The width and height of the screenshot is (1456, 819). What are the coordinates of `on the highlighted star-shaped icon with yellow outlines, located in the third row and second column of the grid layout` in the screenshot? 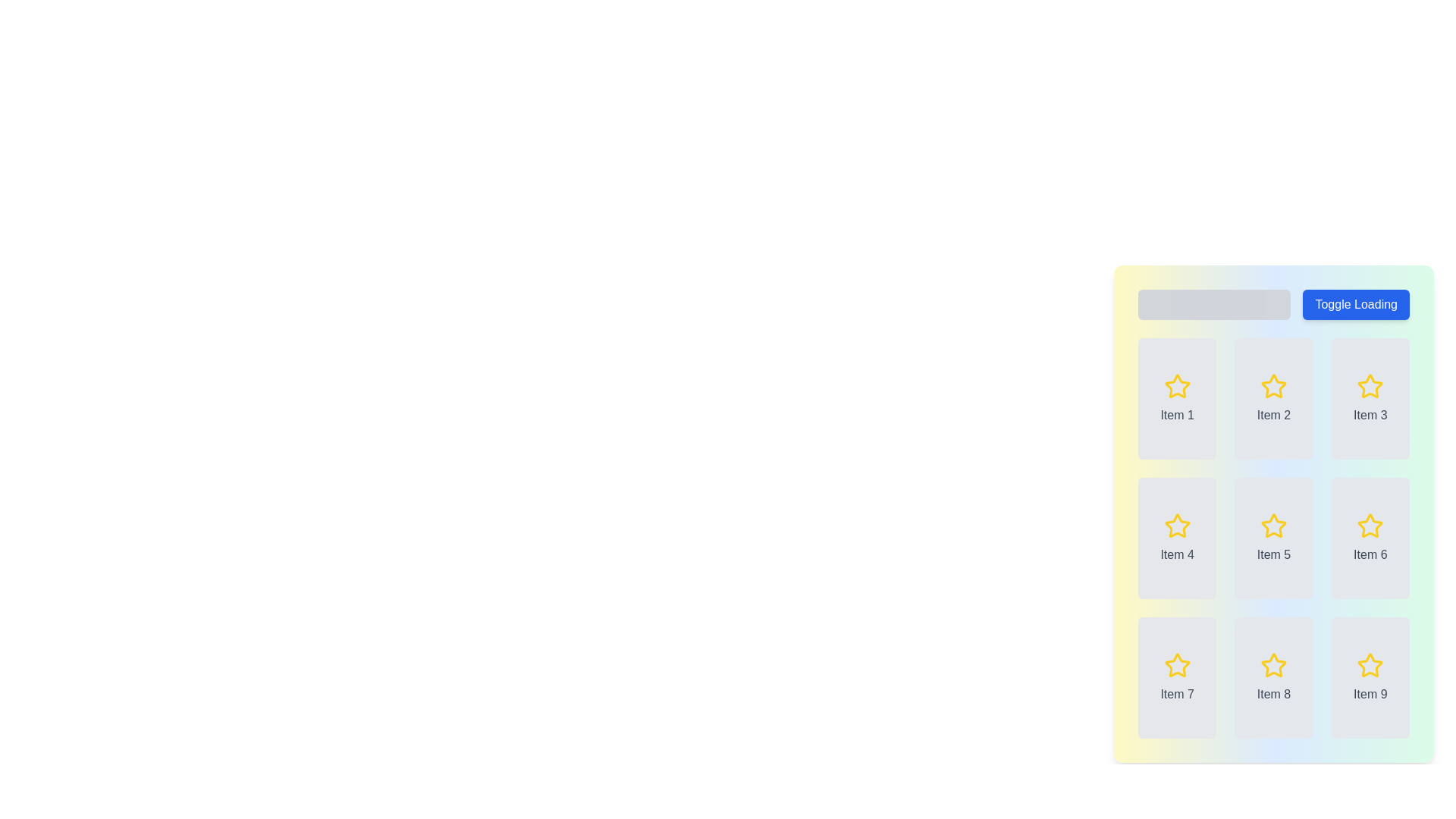 It's located at (1274, 664).